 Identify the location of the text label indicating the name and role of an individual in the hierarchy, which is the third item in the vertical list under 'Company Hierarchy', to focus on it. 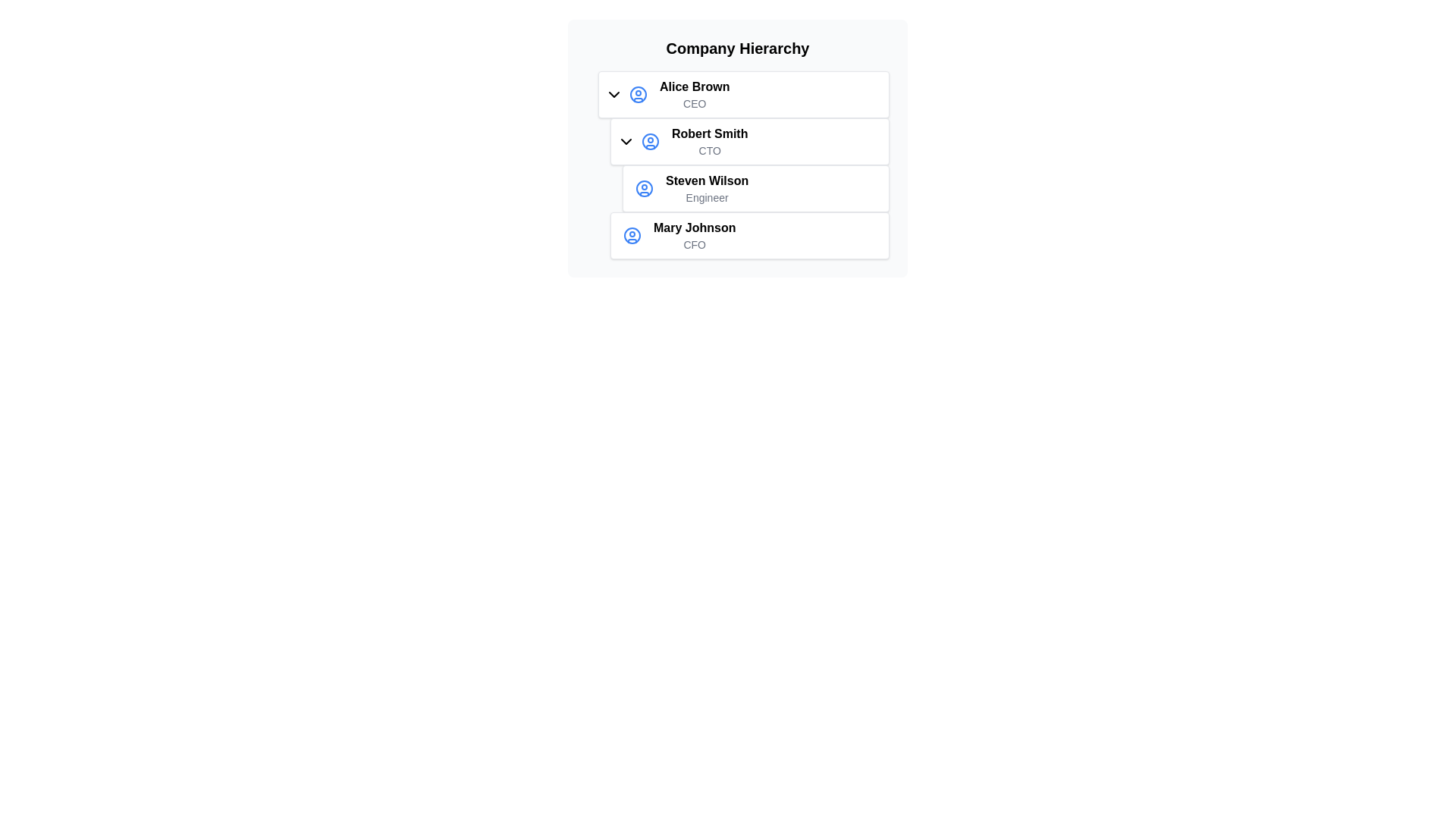
(706, 188).